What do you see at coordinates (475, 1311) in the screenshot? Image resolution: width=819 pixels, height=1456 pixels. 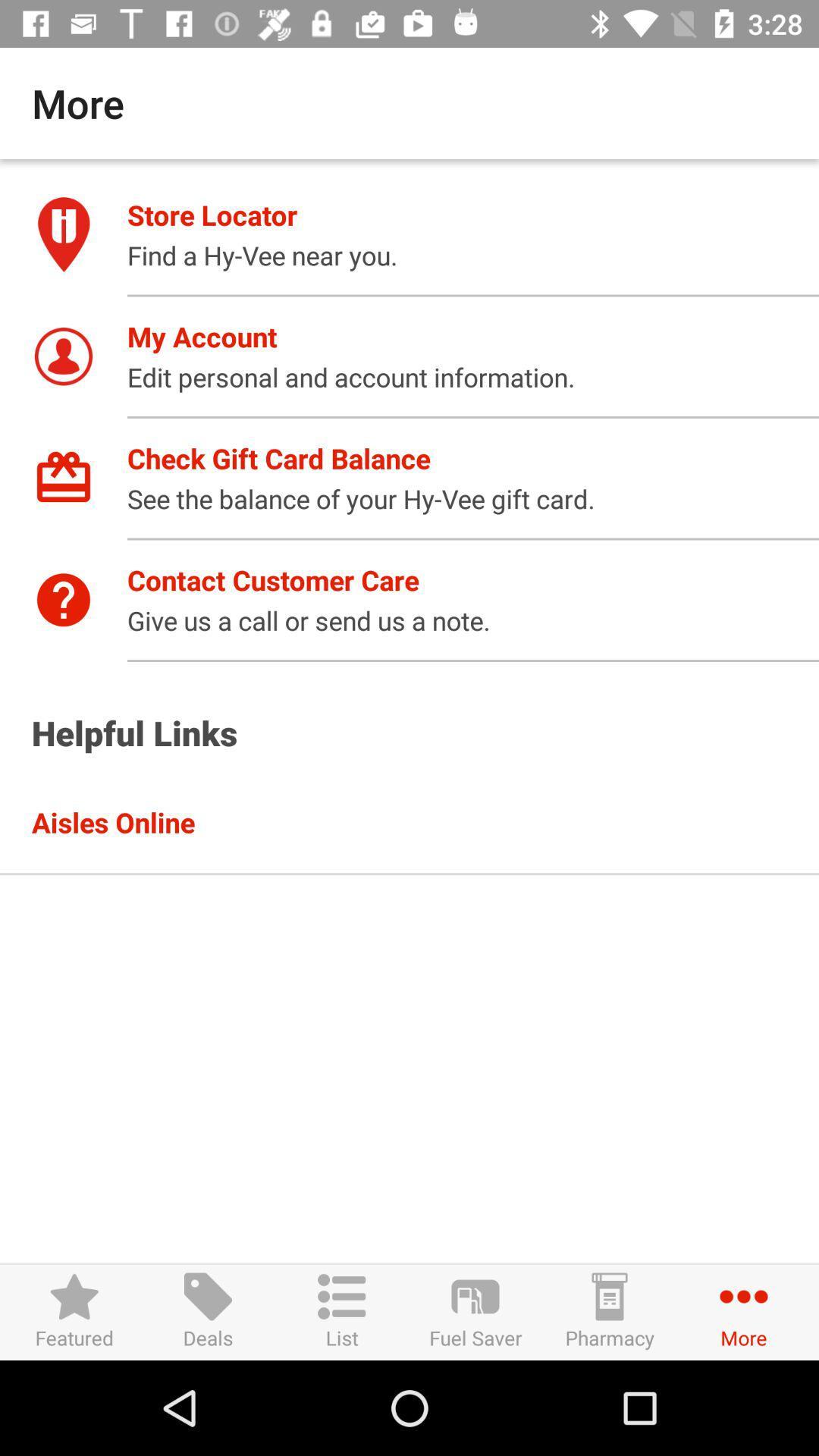 I see `fuel saver icon` at bounding box center [475, 1311].